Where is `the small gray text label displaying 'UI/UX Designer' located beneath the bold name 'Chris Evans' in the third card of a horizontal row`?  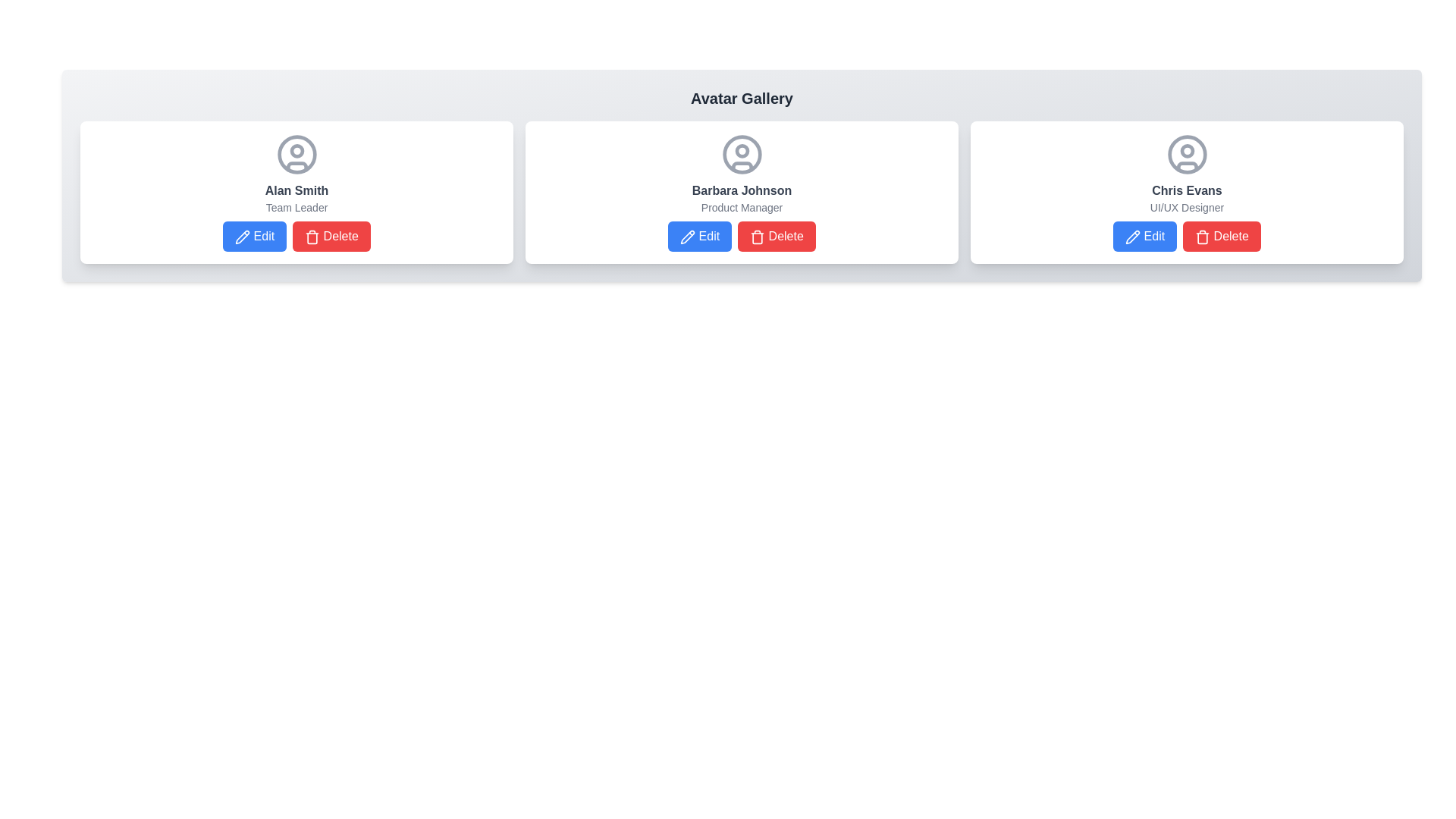 the small gray text label displaying 'UI/UX Designer' located beneath the bold name 'Chris Evans' in the third card of a horizontal row is located at coordinates (1186, 207).